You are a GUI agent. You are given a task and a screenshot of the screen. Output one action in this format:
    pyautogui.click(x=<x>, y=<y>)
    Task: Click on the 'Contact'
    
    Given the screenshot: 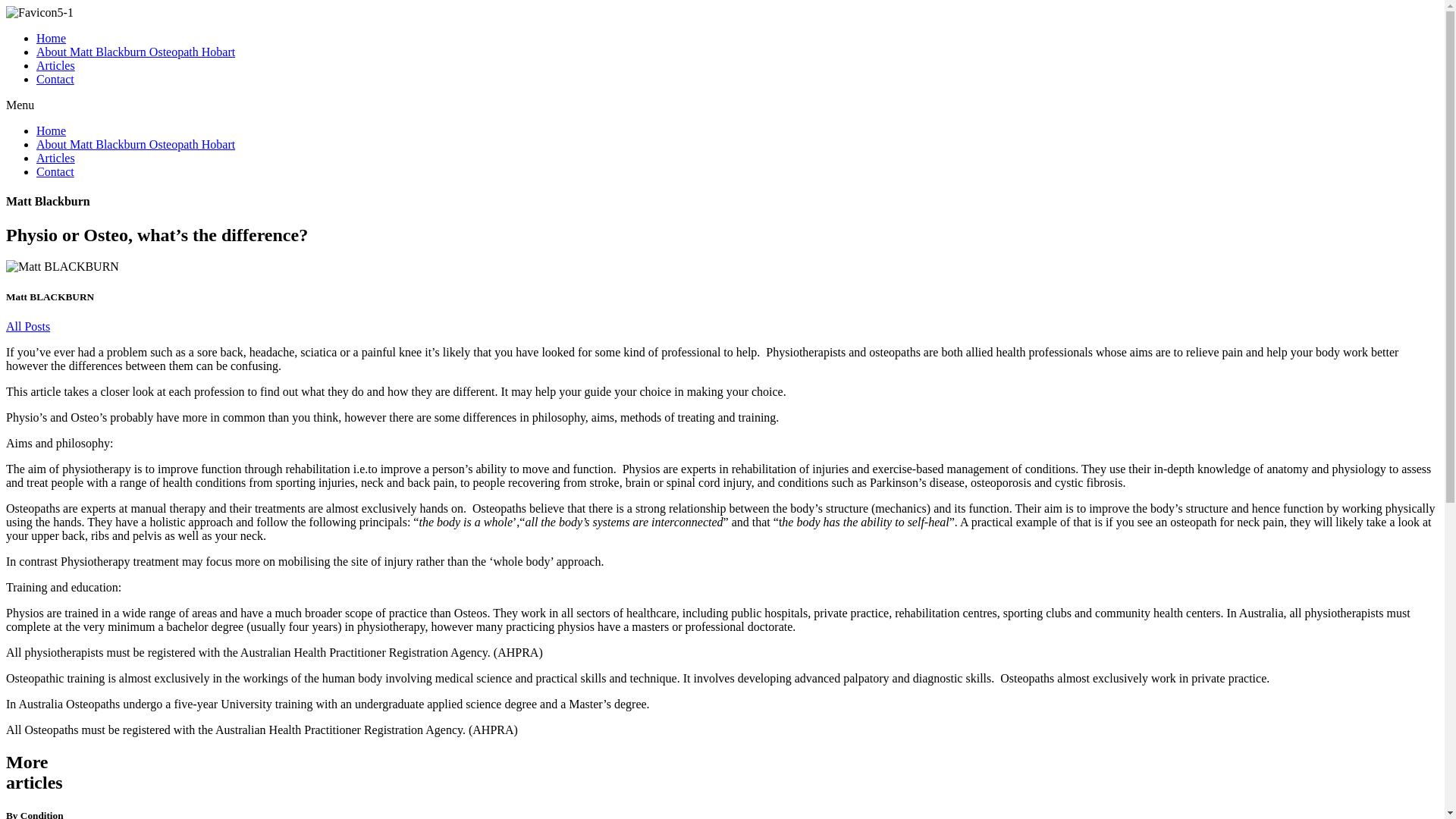 What is the action you would take?
    pyautogui.click(x=55, y=79)
    